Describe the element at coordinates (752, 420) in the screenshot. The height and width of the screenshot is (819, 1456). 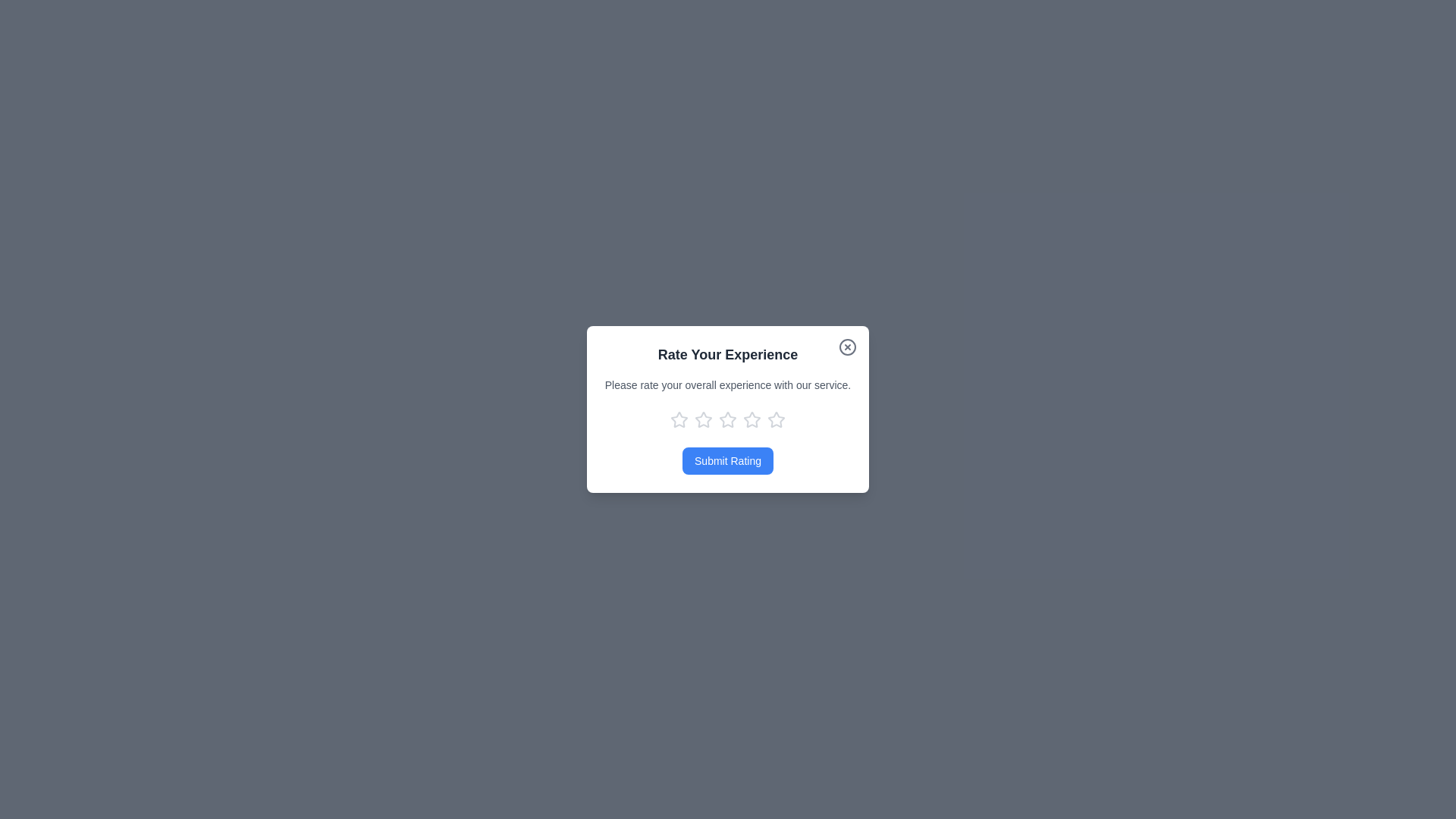
I see `the star corresponding to the rating 4 to provide a rating` at that location.